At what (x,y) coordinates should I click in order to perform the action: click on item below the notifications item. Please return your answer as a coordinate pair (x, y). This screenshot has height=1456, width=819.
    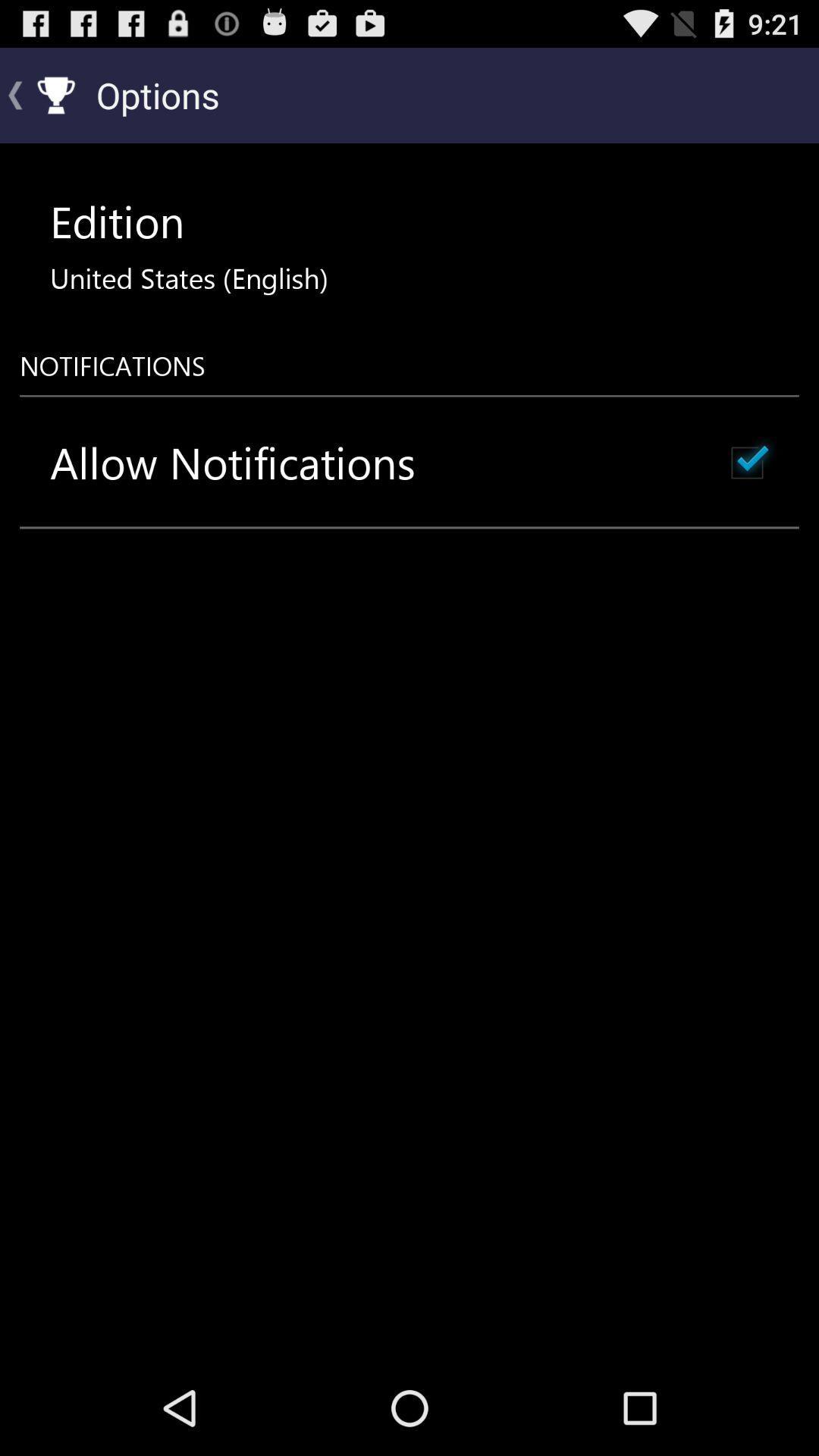
    Looking at the image, I should click on (233, 462).